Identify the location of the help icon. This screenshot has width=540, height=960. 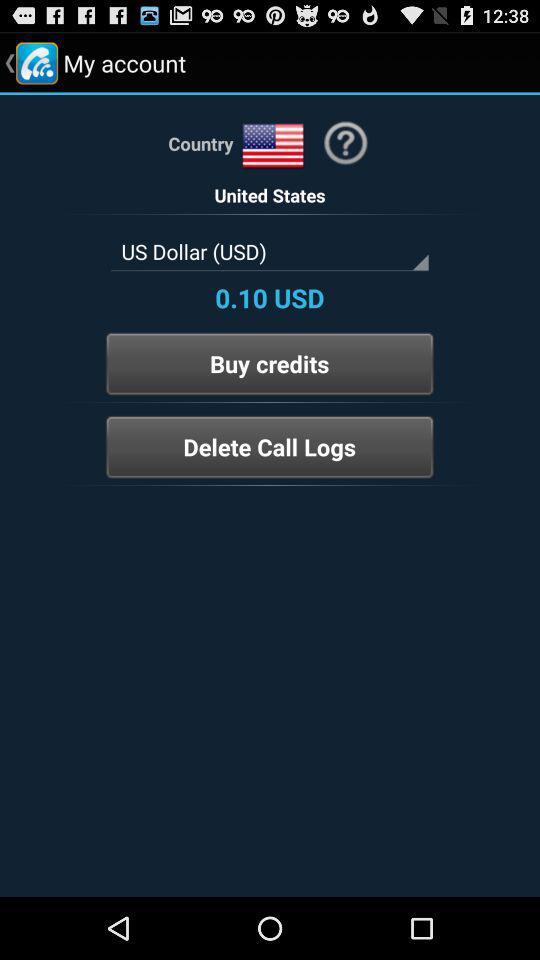
(344, 152).